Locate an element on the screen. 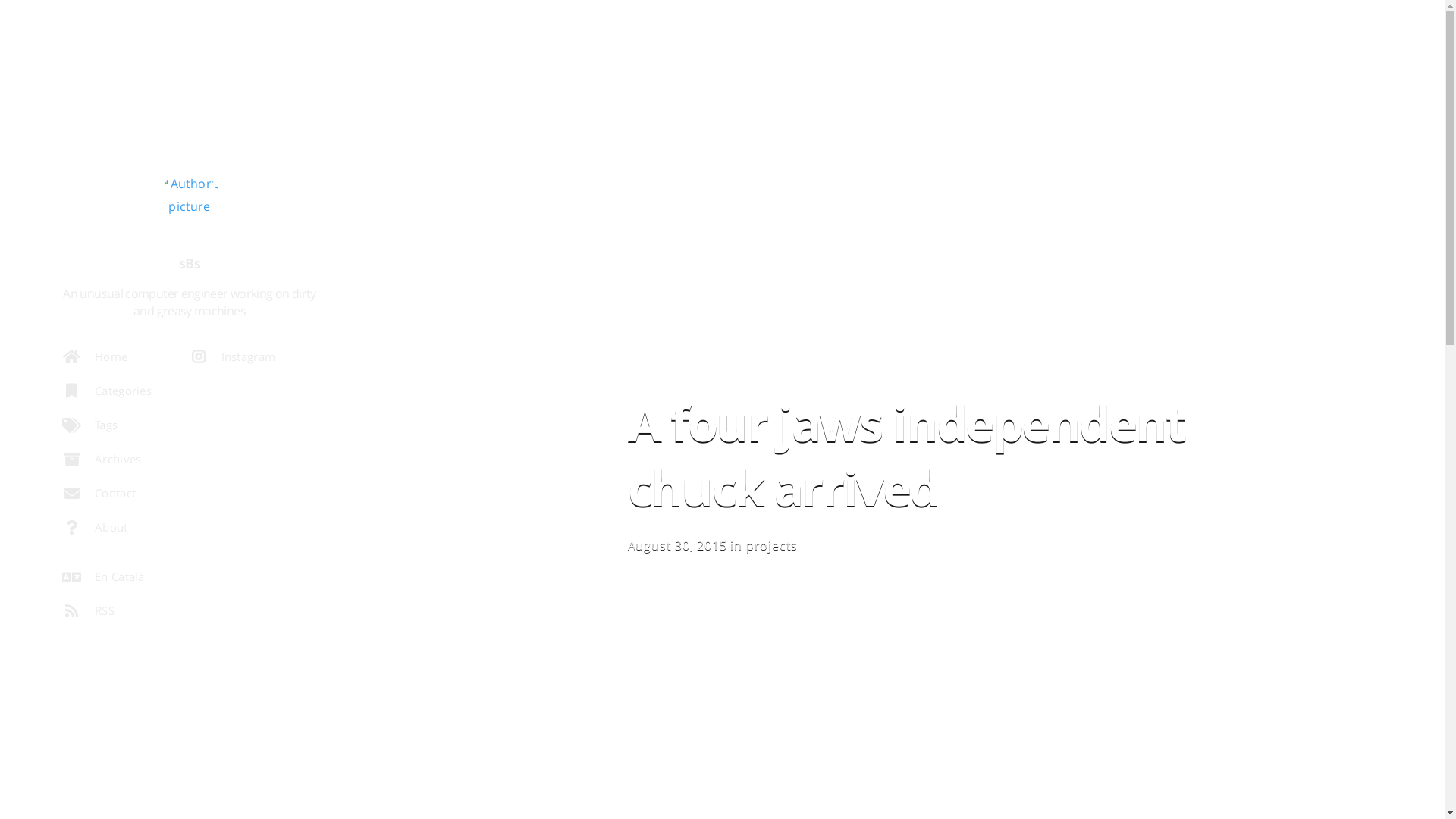 This screenshot has width=1456, height=819. 'Contact' is located at coordinates (115, 497).